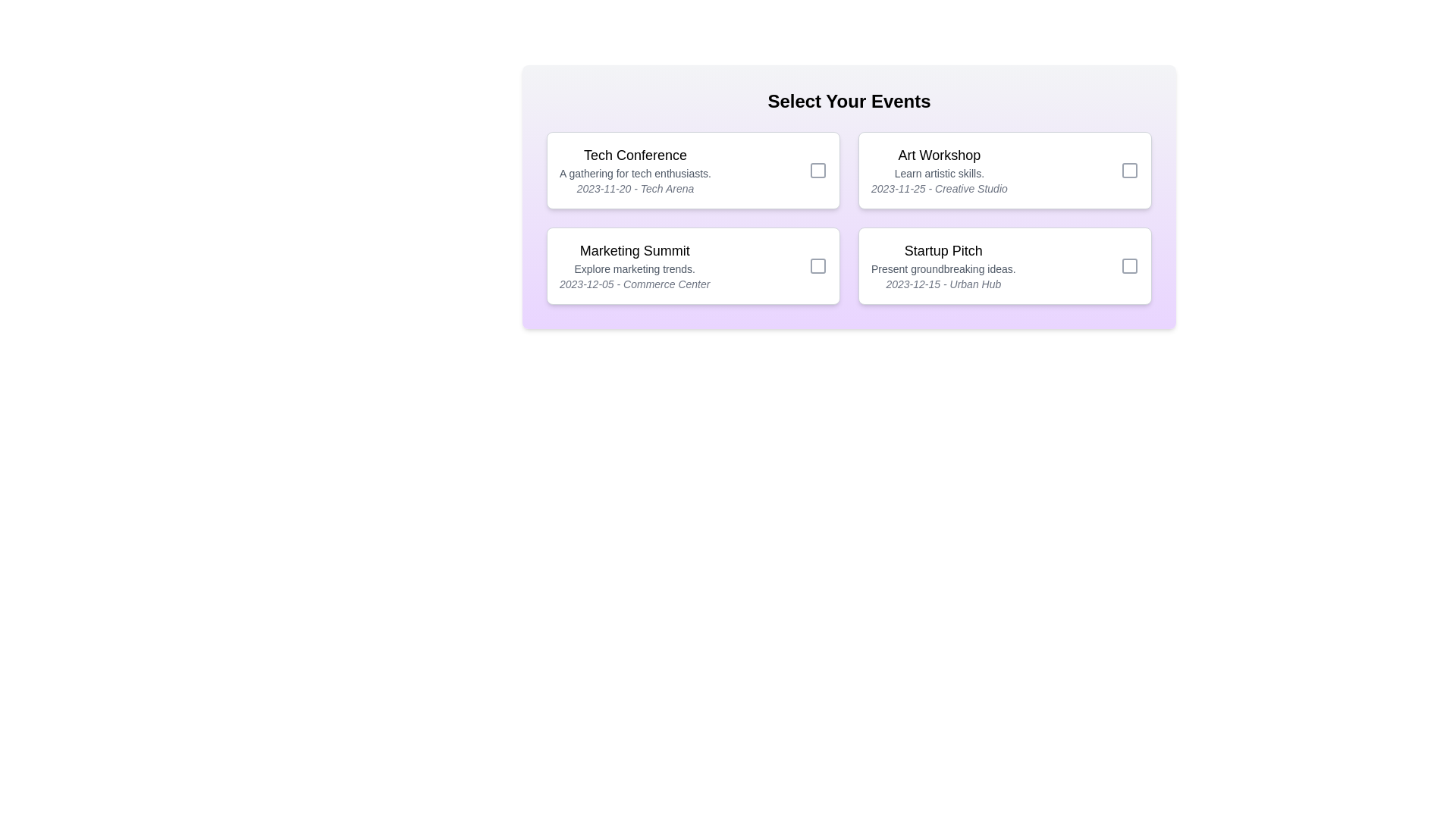 This screenshot has width=1456, height=819. Describe the element at coordinates (818, 265) in the screenshot. I see `the checkbox for the event Marketing Summit` at that location.